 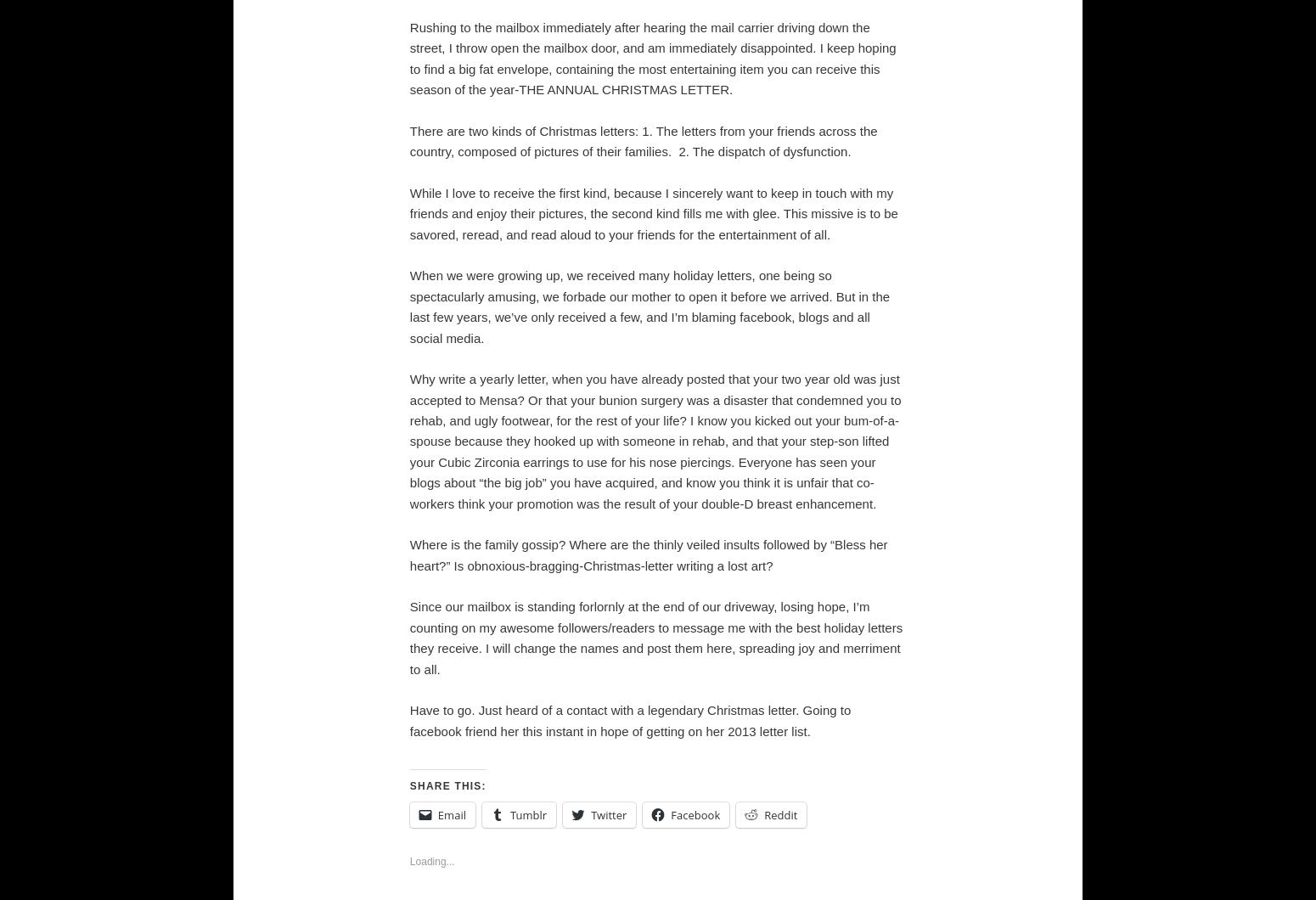 What do you see at coordinates (780, 814) in the screenshot?
I see `'Reddit'` at bounding box center [780, 814].